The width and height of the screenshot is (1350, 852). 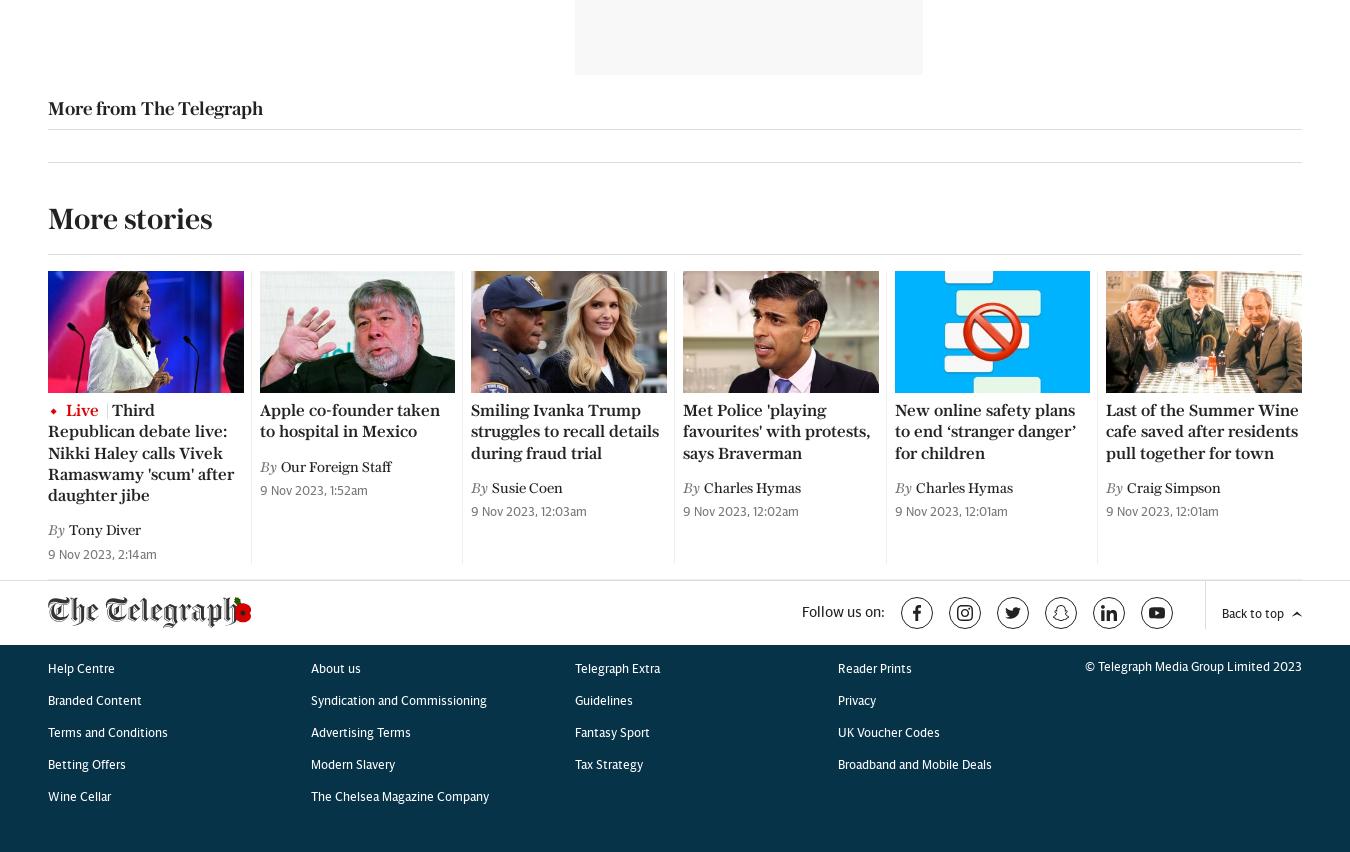 I want to click on 'Guidelines', so click(x=574, y=145).